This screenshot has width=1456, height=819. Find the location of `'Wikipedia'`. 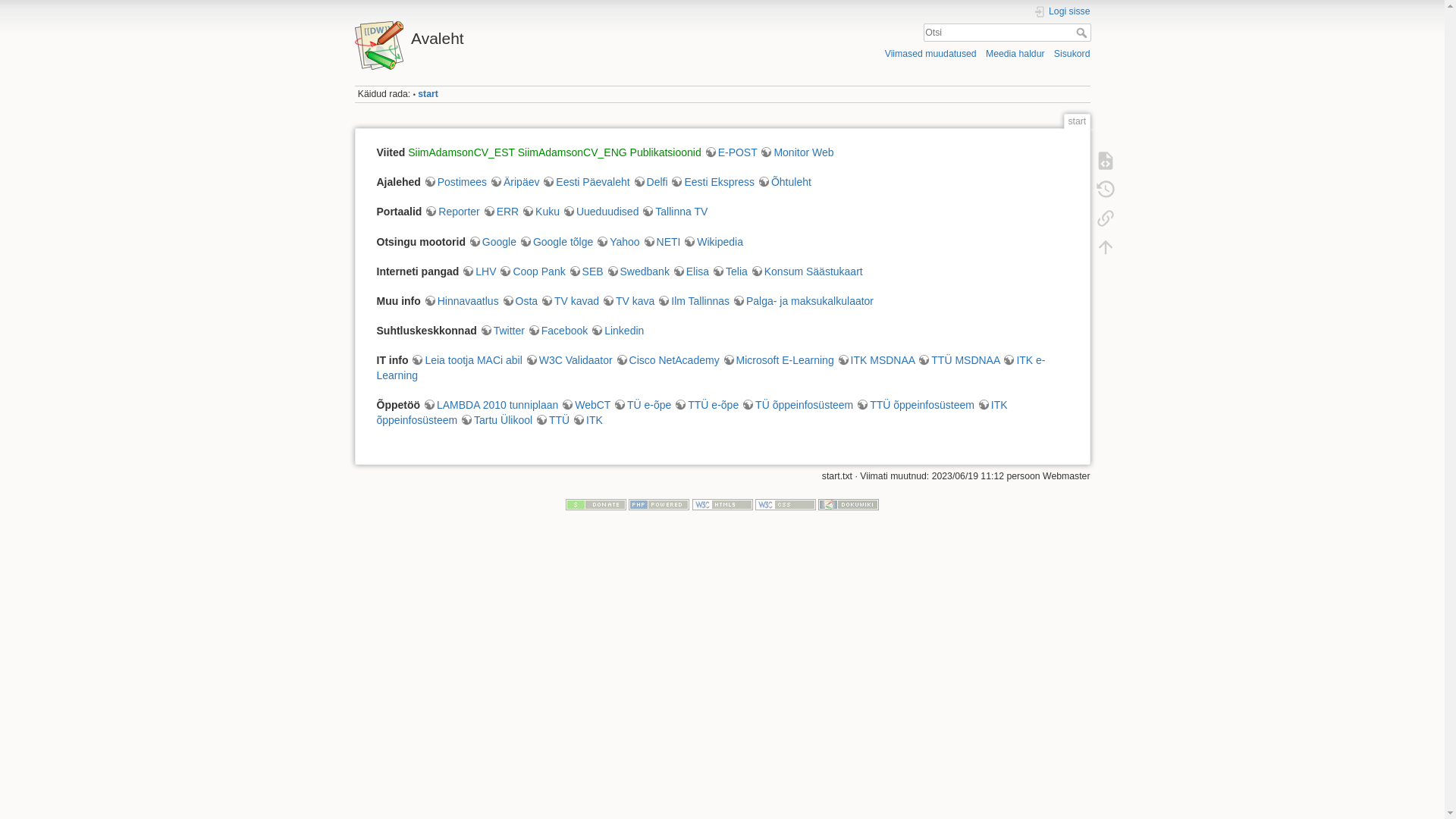

'Wikipedia' is located at coordinates (712, 241).